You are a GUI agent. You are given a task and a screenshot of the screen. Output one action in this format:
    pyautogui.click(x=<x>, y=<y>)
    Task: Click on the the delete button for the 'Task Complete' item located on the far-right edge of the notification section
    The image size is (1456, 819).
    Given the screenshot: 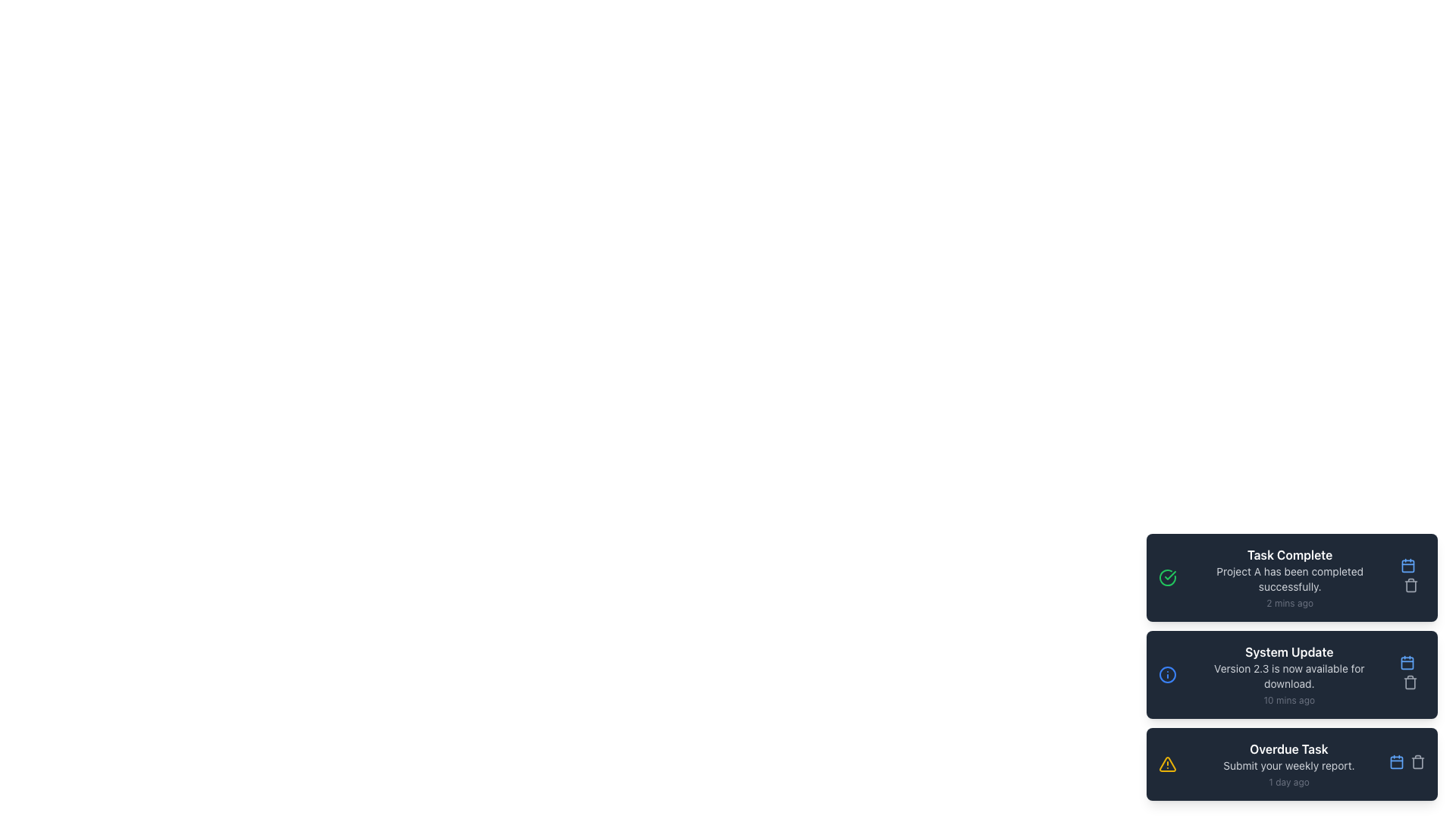 What is the action you would take?
    pyautogui.click(x=1410, y=585)
    